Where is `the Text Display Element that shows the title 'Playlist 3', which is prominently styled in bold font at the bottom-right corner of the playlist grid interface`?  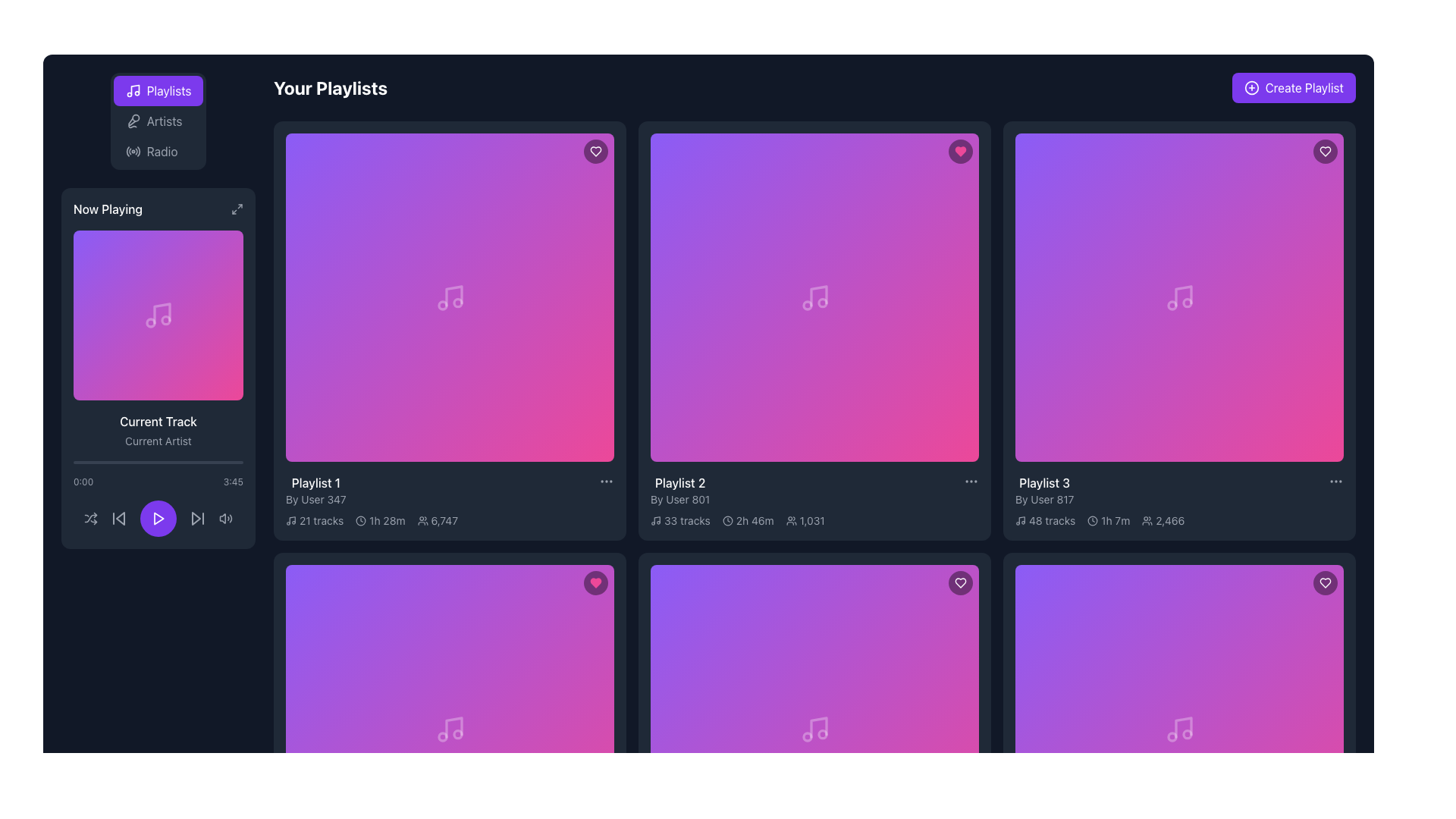 the Text Display Element that shows the title 'Playlist 3', which is prominently styled in bold font at the bottom-right corner of the playlist grid interface is located at coordinates (1043, 482).